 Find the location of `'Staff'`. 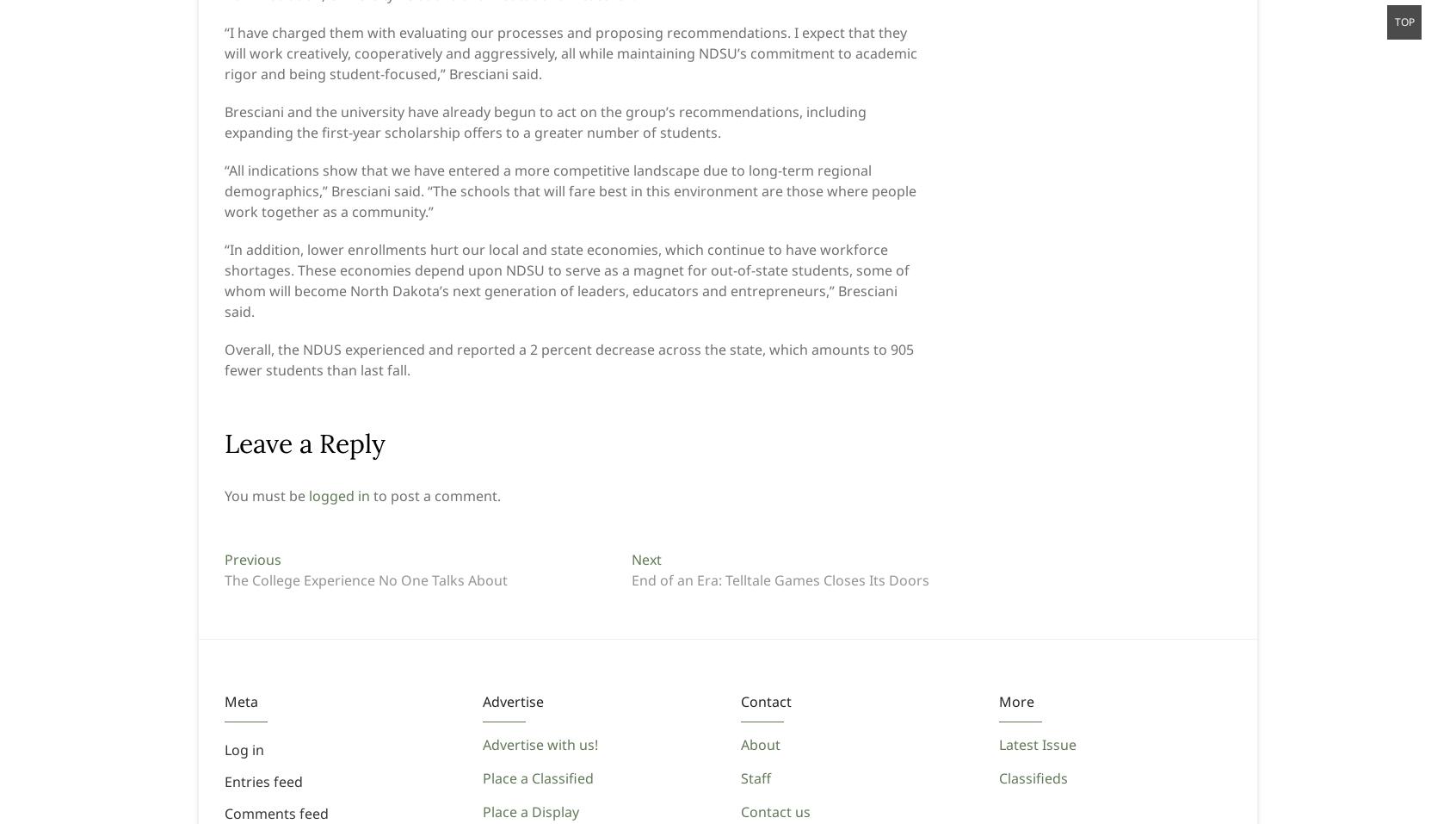

'Staff' is located at coordinates (740, 778).